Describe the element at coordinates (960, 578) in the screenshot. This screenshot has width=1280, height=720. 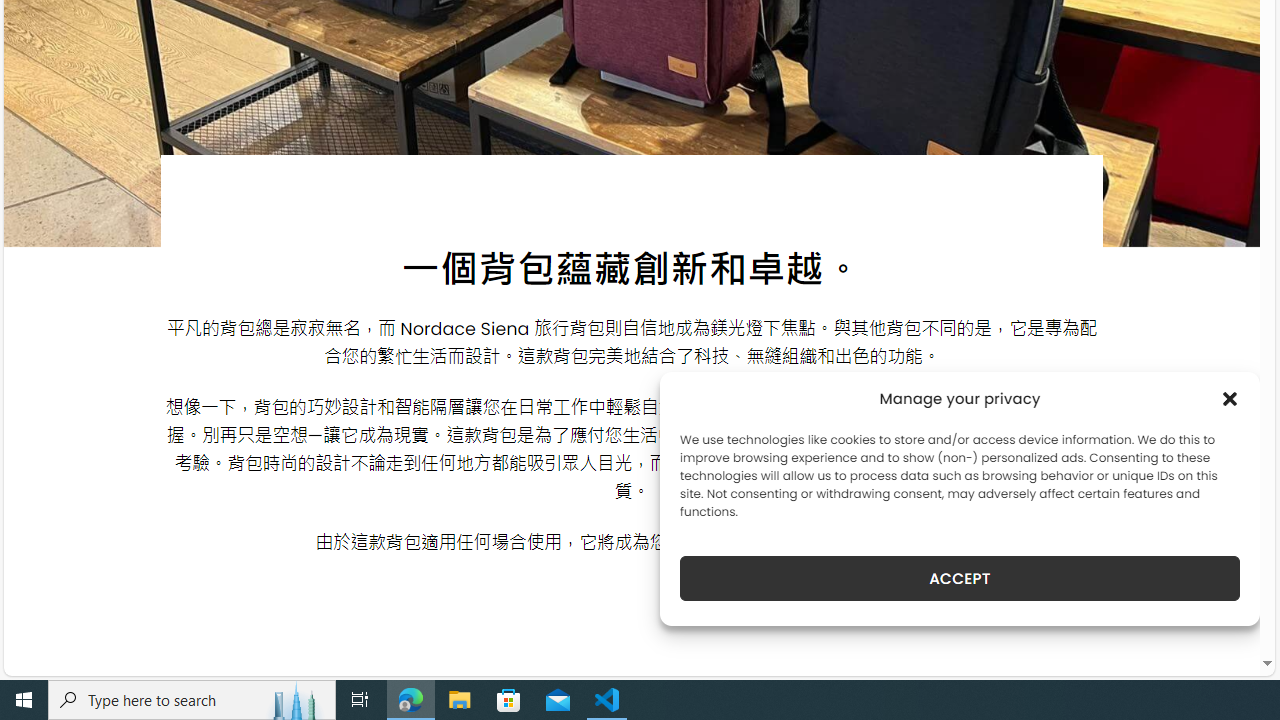
I see `'ACCEPT'` at that location.